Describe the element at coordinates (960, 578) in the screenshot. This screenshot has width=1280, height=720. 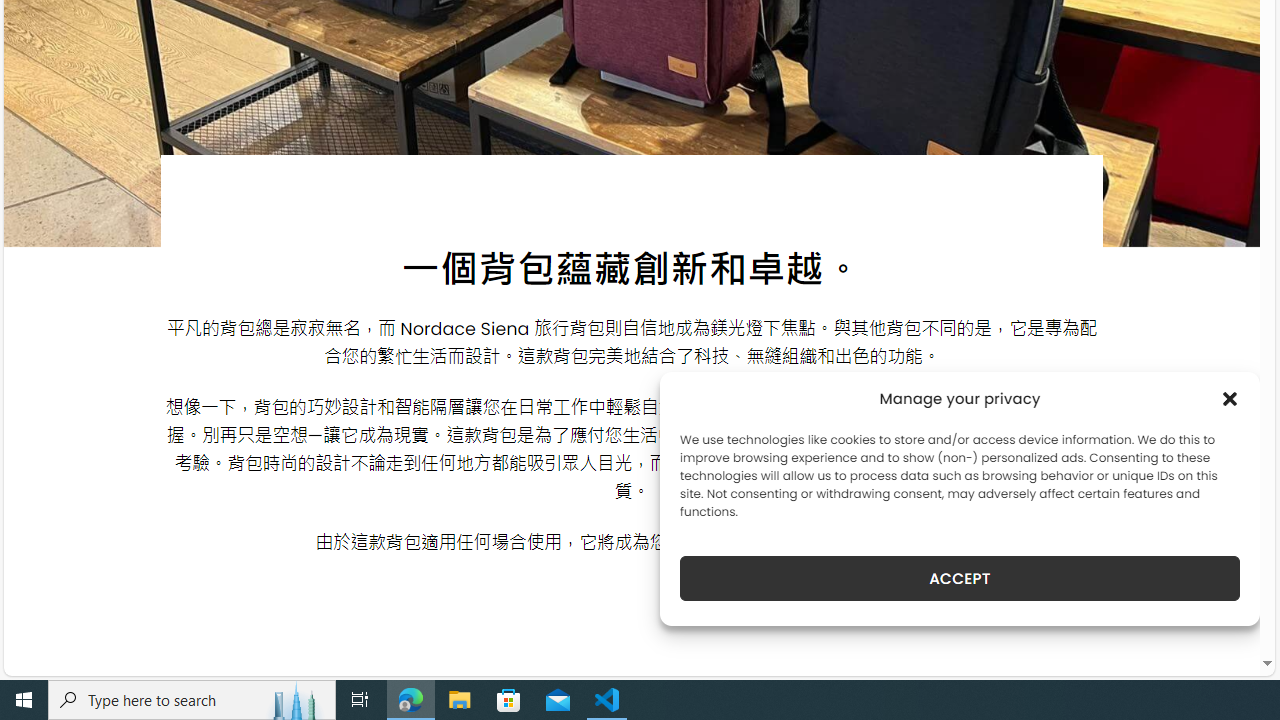
I see `'ACCEPT'` at that location.